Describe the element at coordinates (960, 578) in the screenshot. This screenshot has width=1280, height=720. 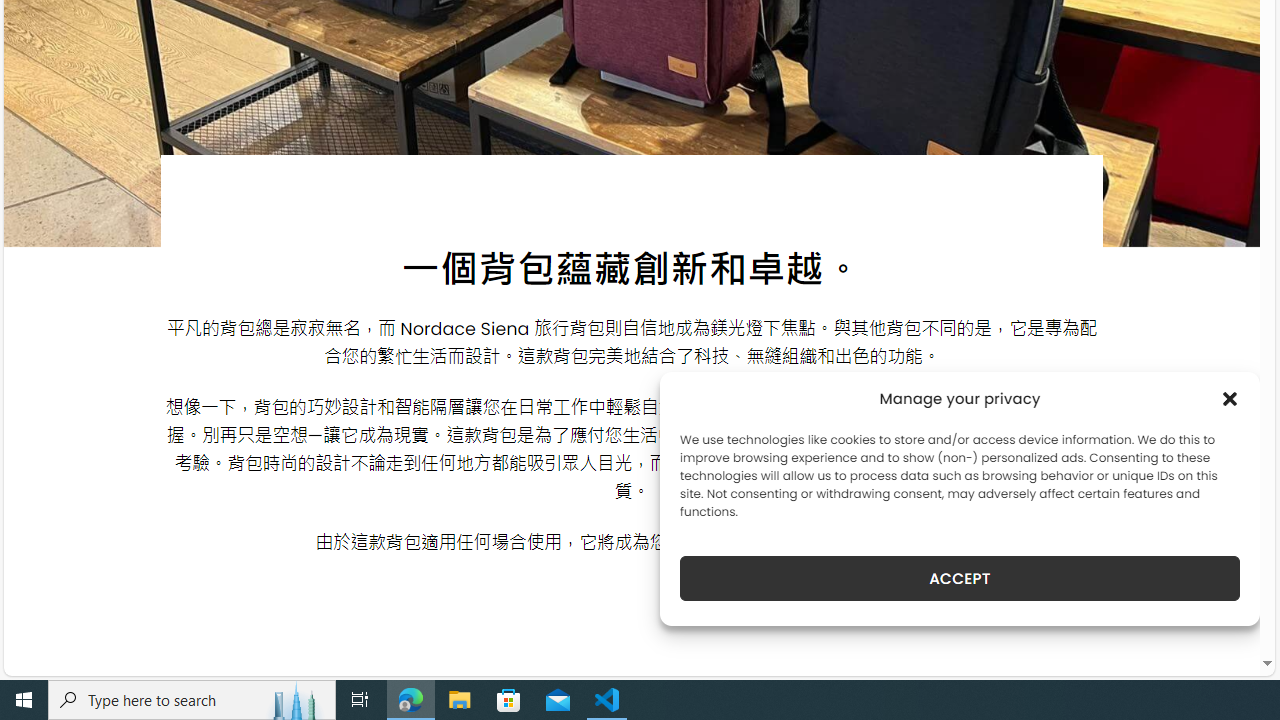
I see `'ACCEPT'` at that location.